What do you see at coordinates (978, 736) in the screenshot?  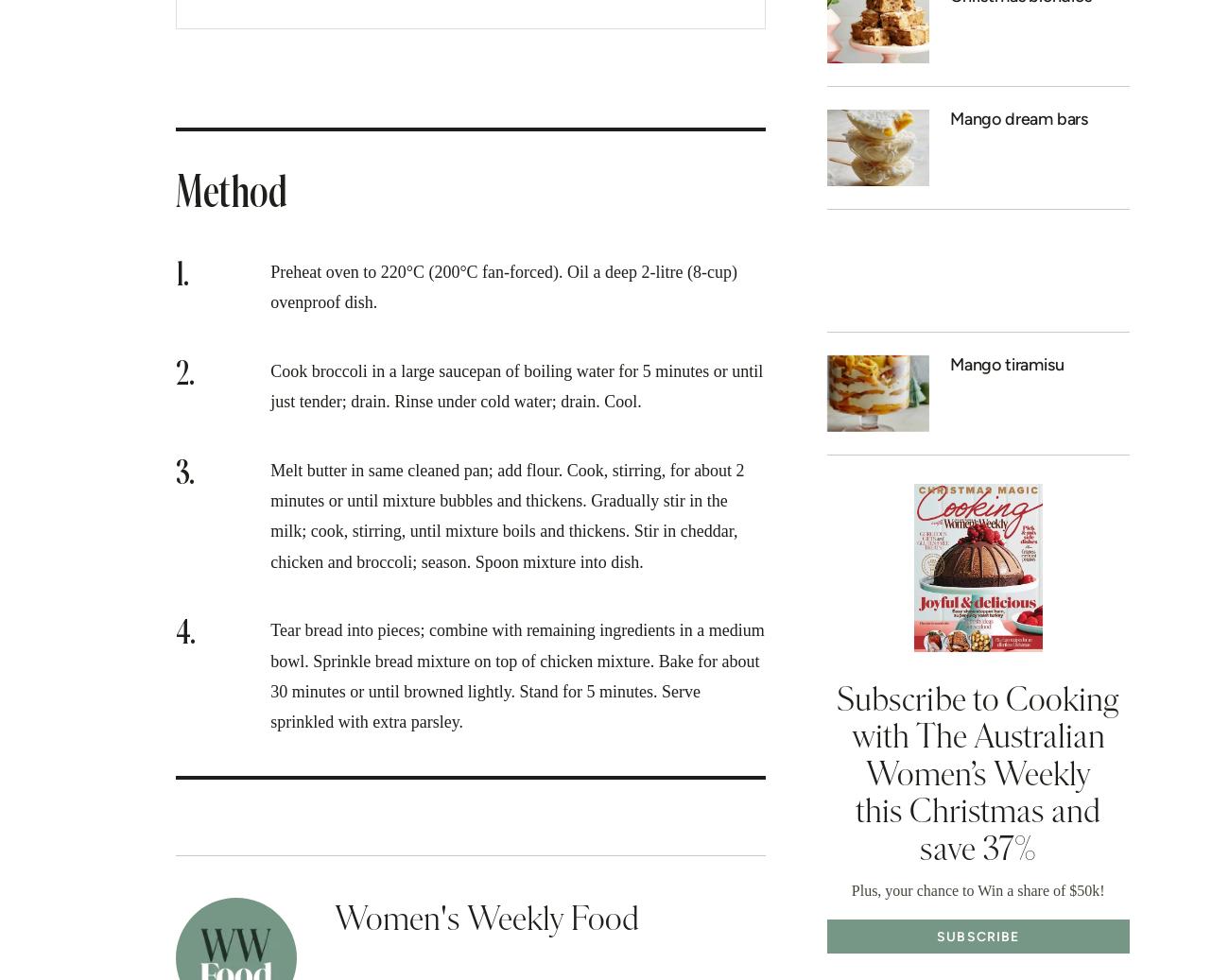 I see `'Subscribe to Cooking with The Australian Women’s Weekly'` at bounding box center [978, 736].